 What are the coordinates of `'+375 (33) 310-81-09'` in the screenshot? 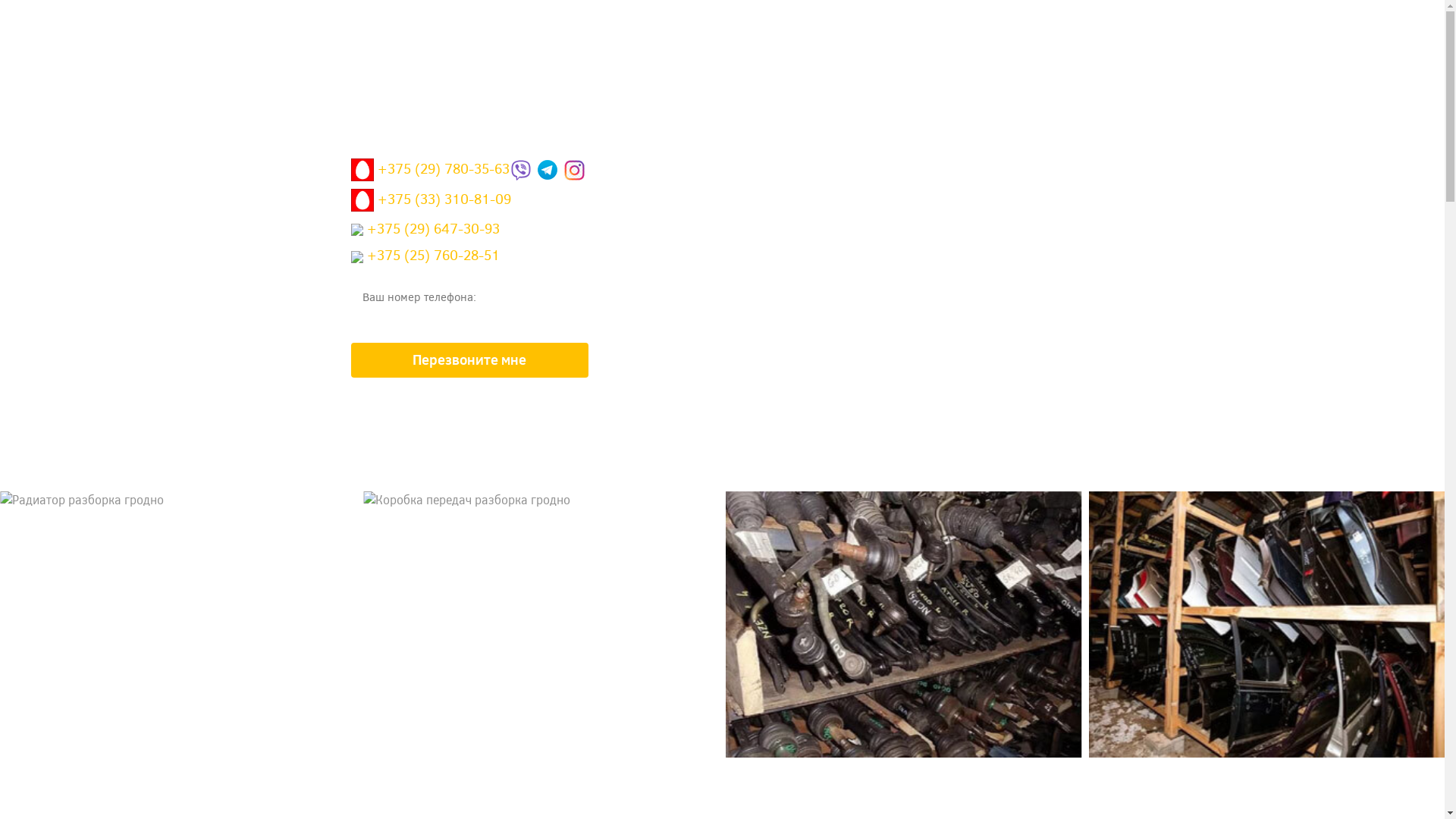 It's located at (429, 203).